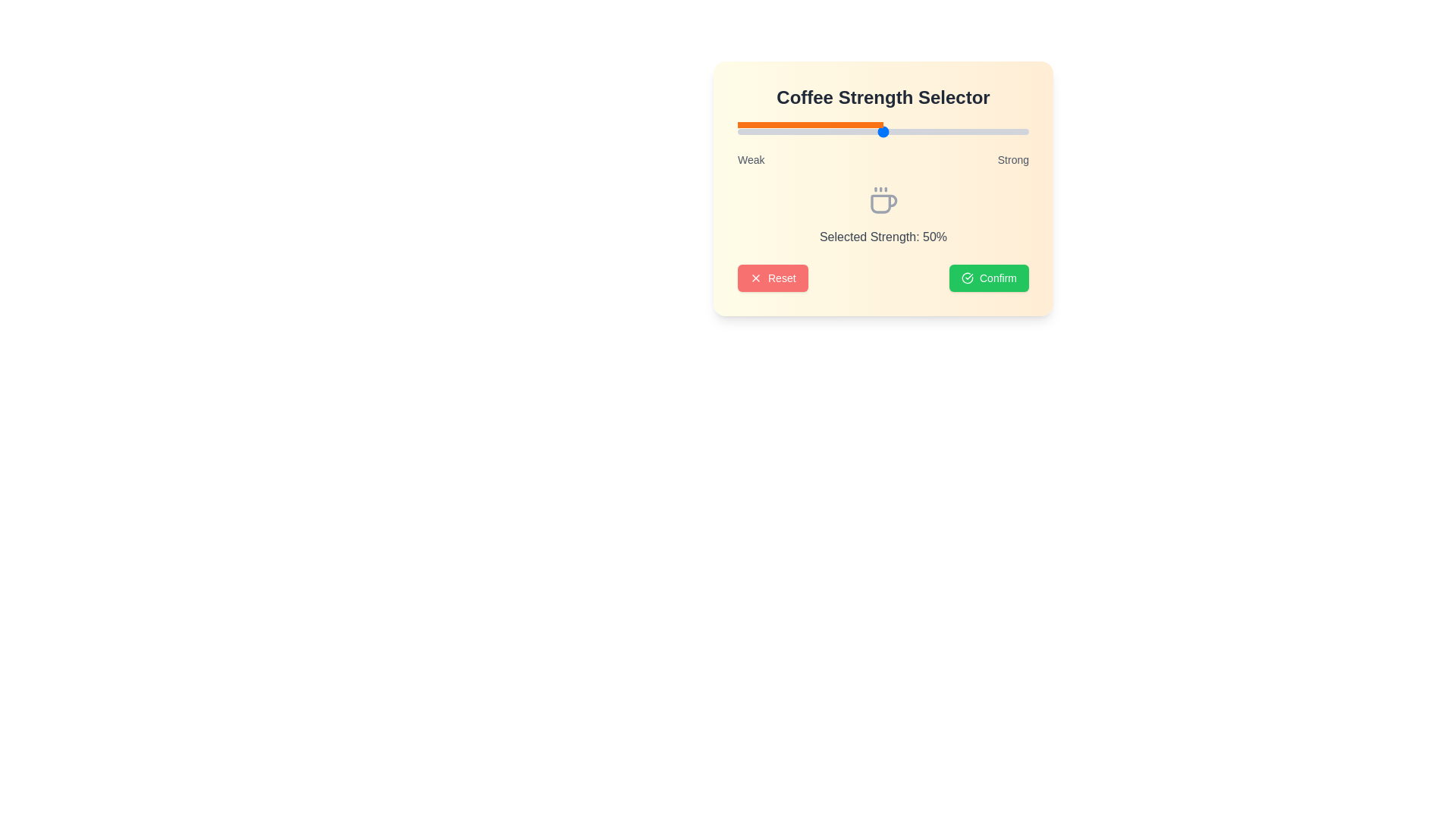  Describe the element at coordinates (883, 278) in the screenshot. I see `the 'Reset' button located at the bottom of the 'Coffee Strength Selector' interface to reset the selection` at that location.